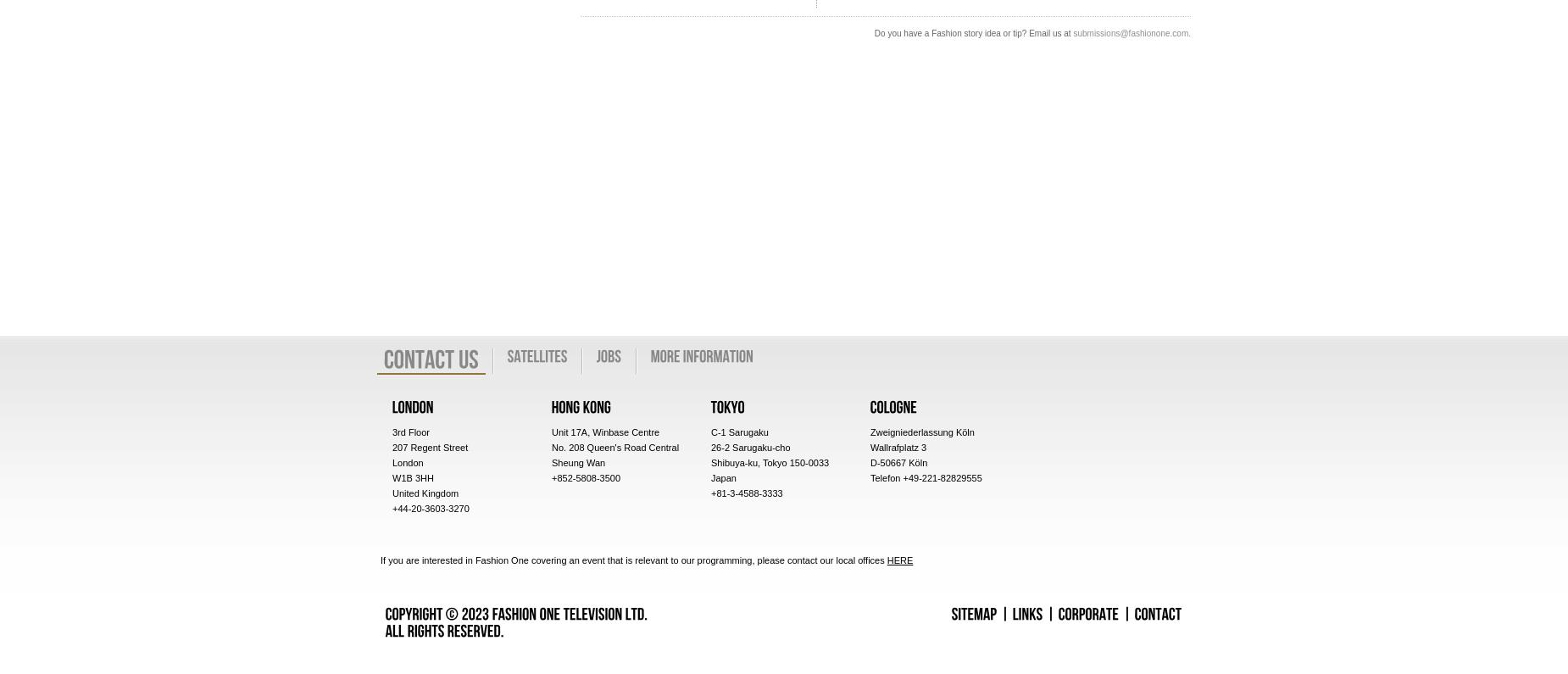  Describe the element at coordinates (898, 559) in the screenshot. I see `'HERE'` at that location.